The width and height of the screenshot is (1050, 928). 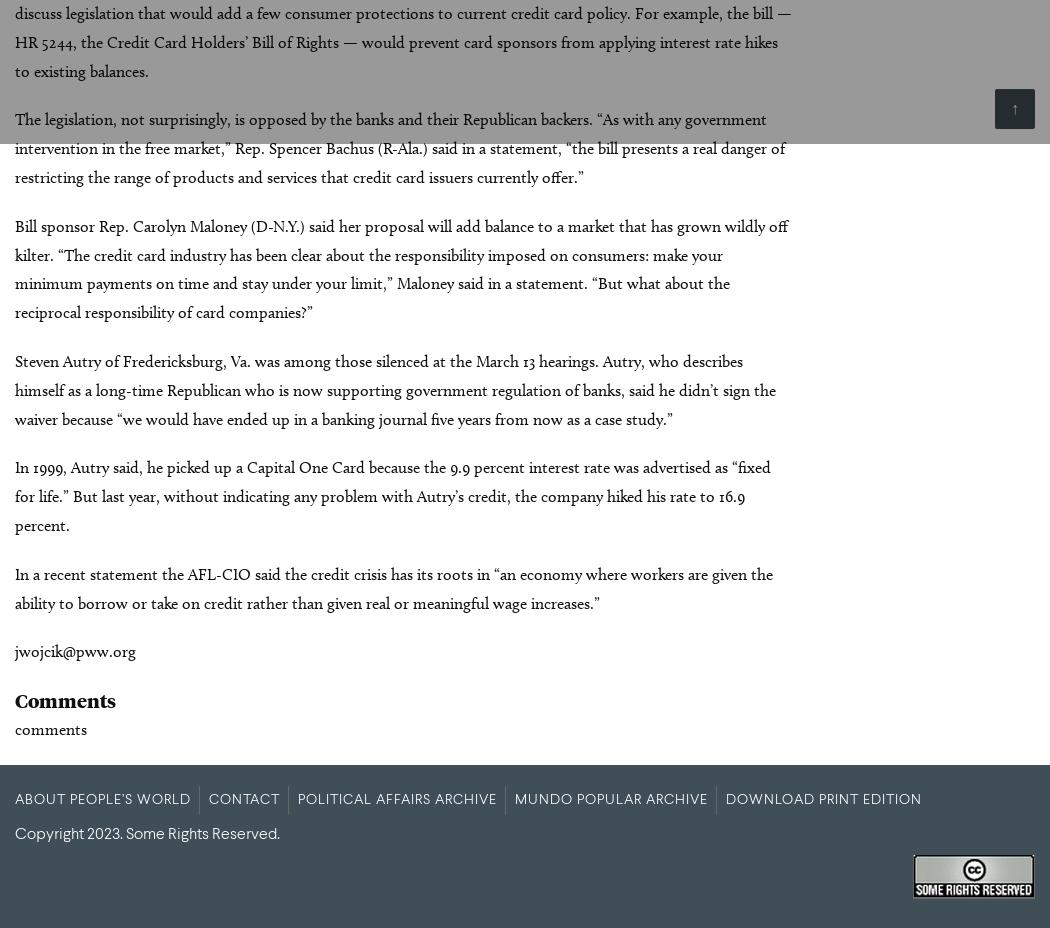 I want to click on 'Mundo Popular Archive', so click(x=611, y=798).